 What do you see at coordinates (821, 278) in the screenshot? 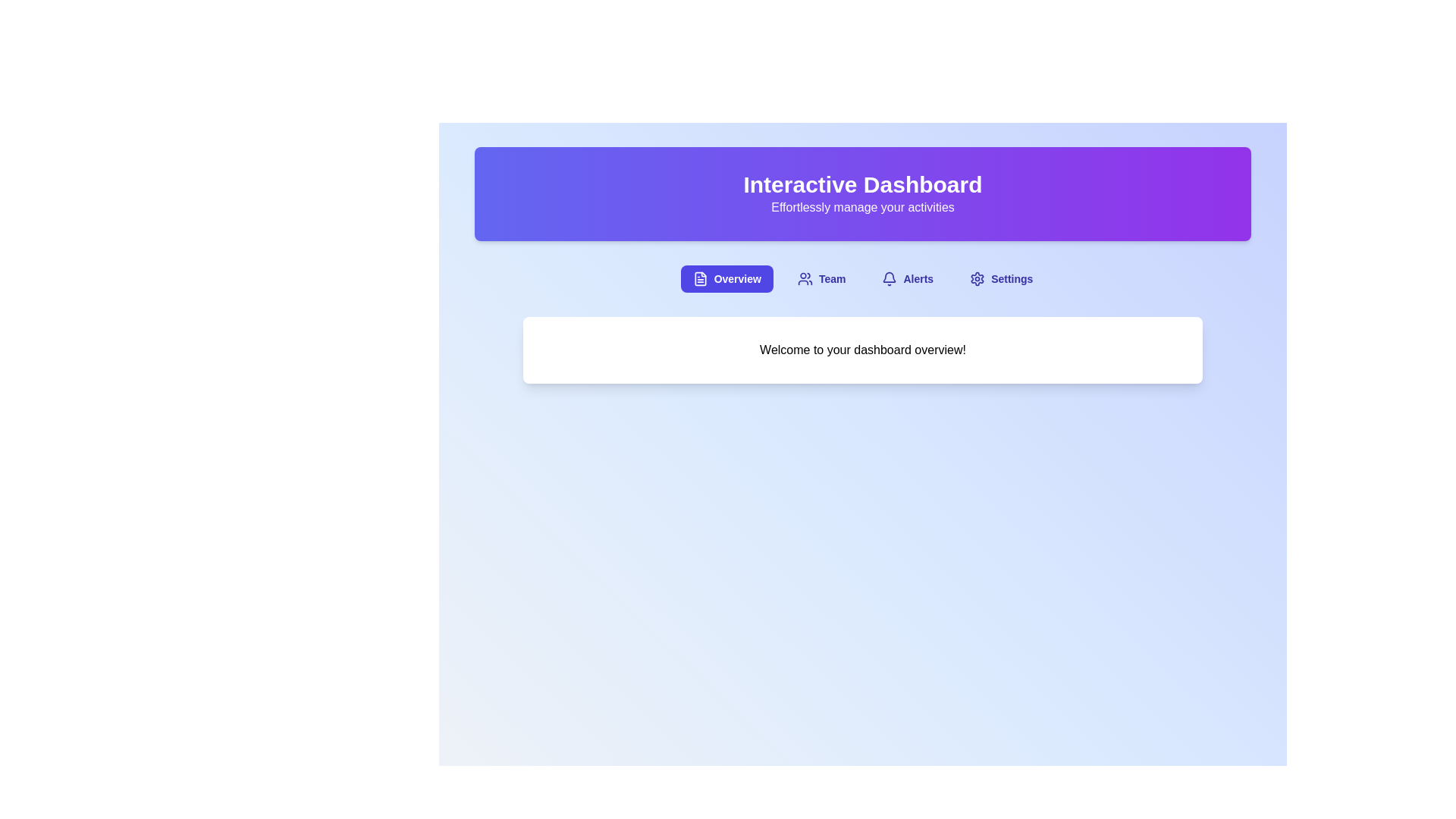
I see `the 'Team' button in the horizontal menu bar` at bounding box center [821, 278].